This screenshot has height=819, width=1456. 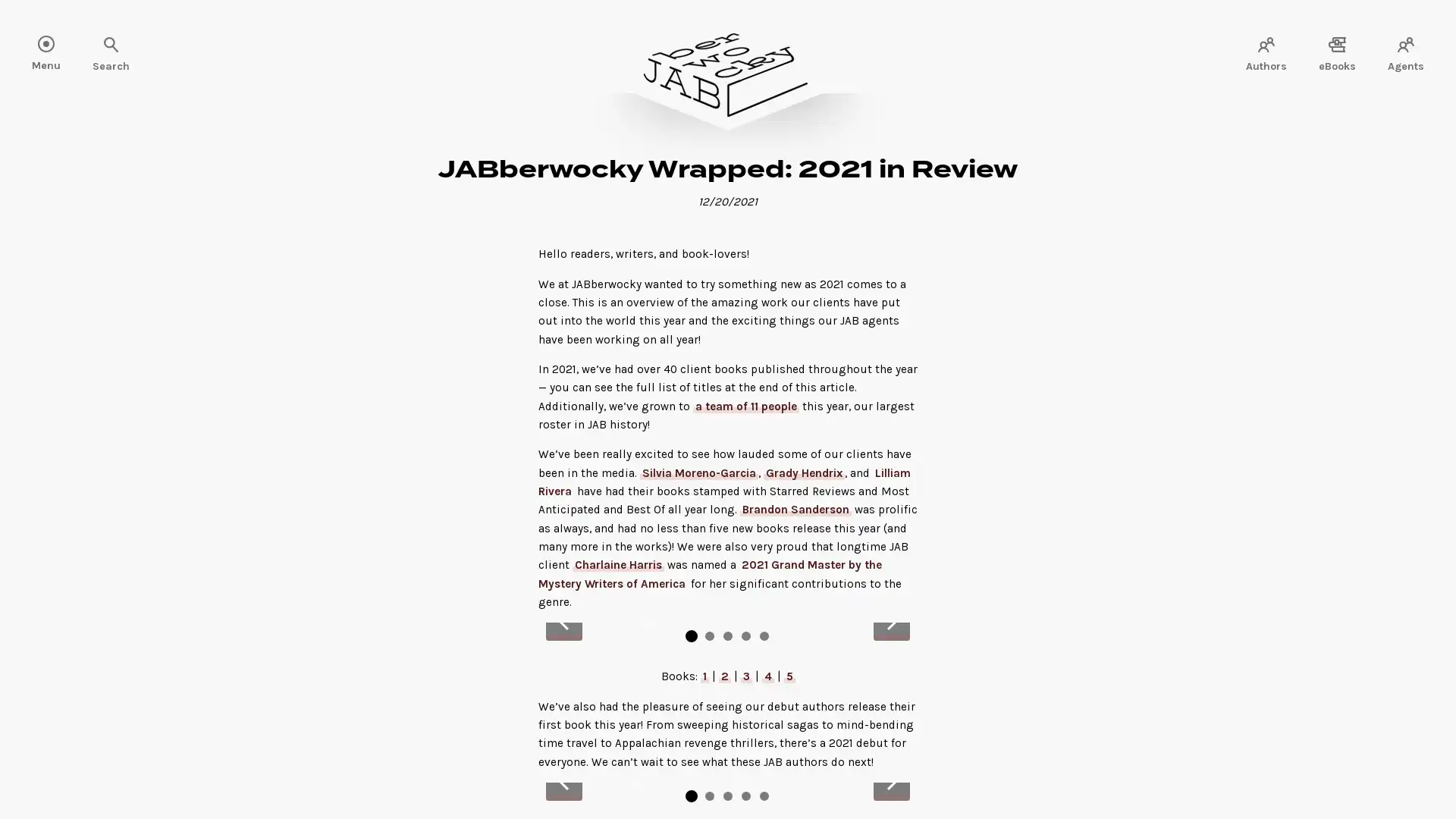 What do you see at coordinates (745, 636) in the screenshot?
I see `Go to slide 4` at bounding box center [745, 636].